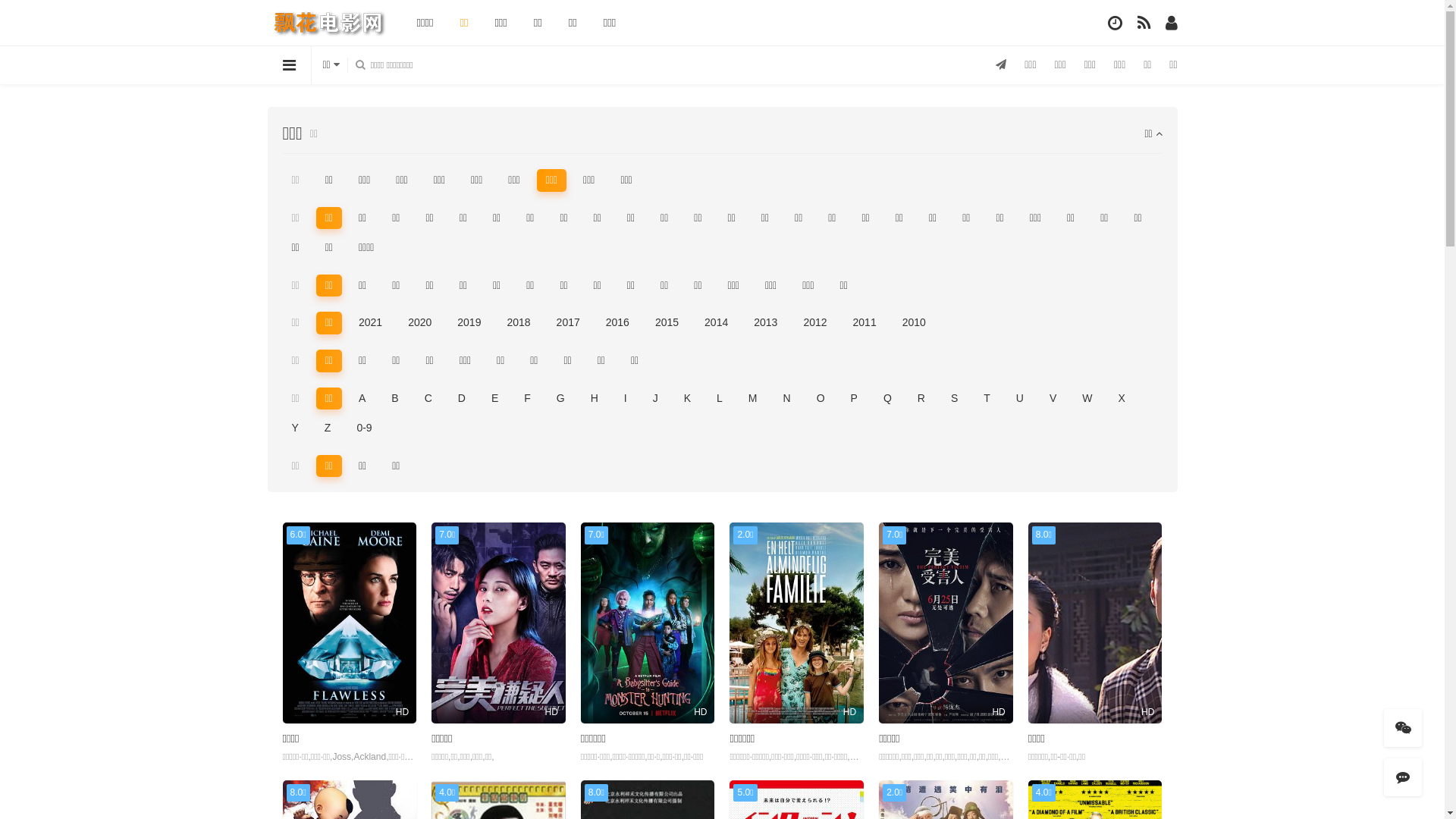  What do you see at coordinates (786, 397) in the screenshot?
I see `'N'` at bounding box center [786, 397].